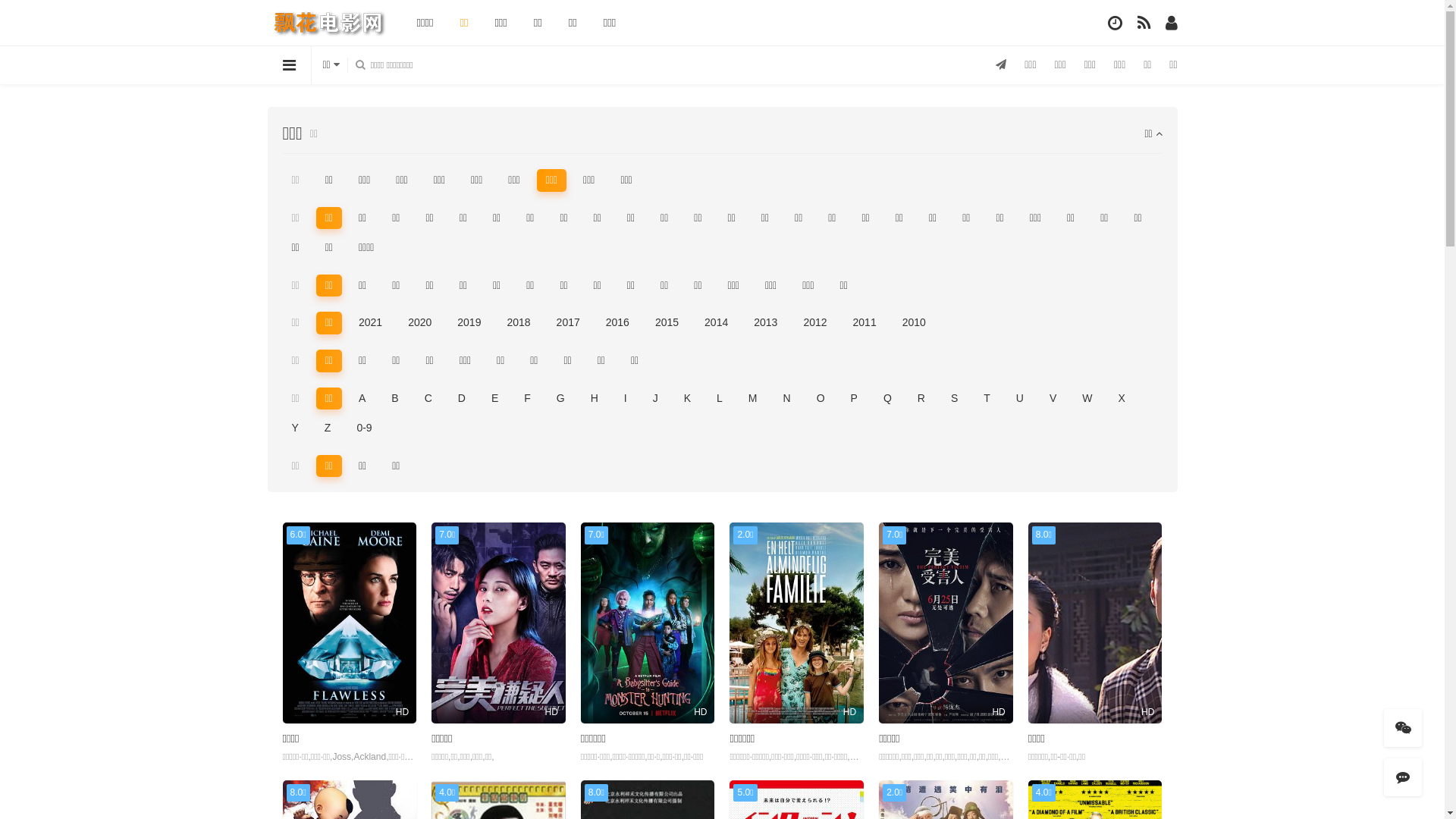  What do you see at coordinates (786, 397) in the screenshot?
I see `'N'` at bounding box center [786, 397].